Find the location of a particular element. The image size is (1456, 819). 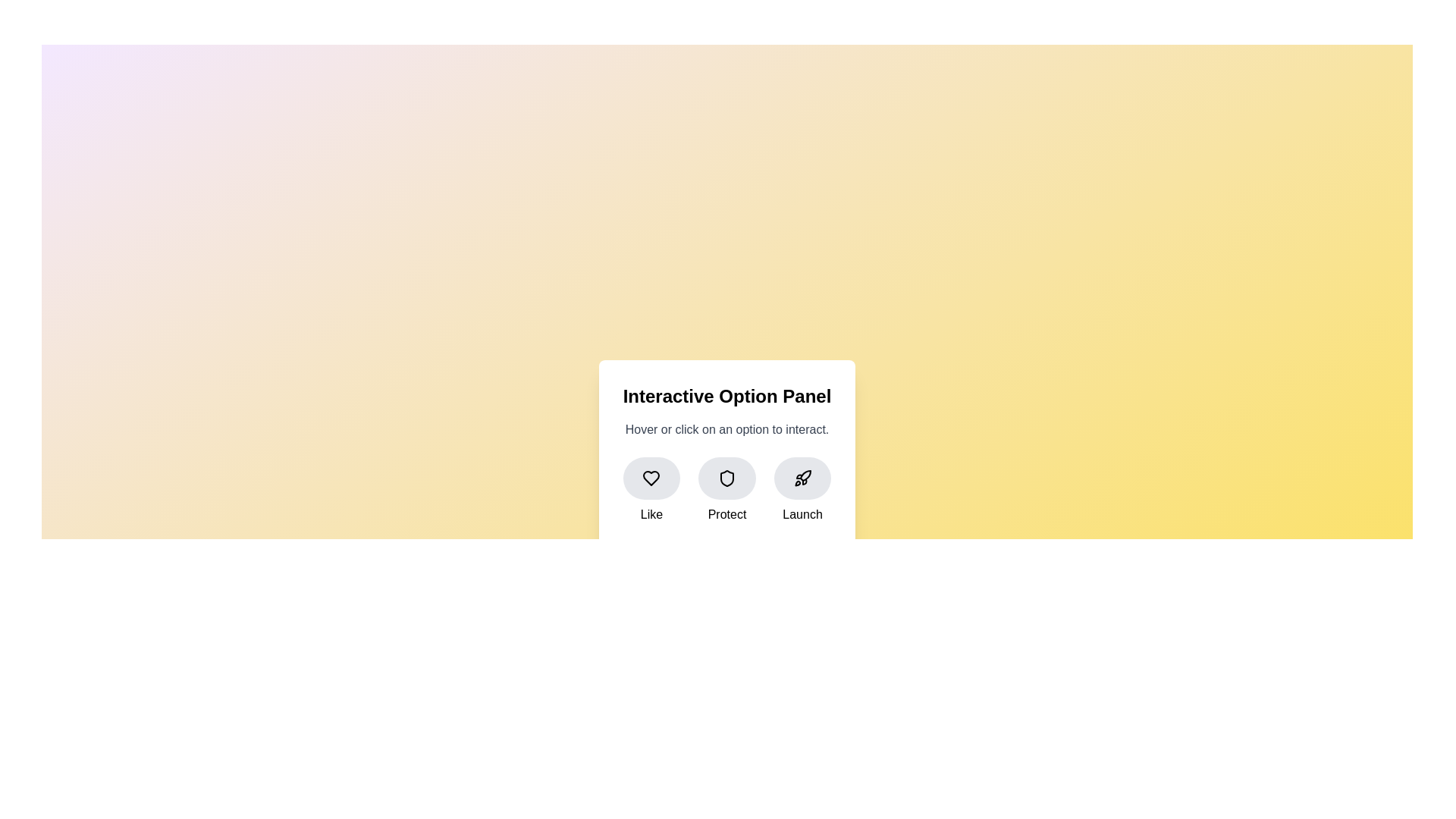

the text label indicating the 'like' action, which is located beneath the heart-shaped icon in the leftmost cluster of three interactive options in the 'Interactive Option Panel' is located at coordinates (651, 513).